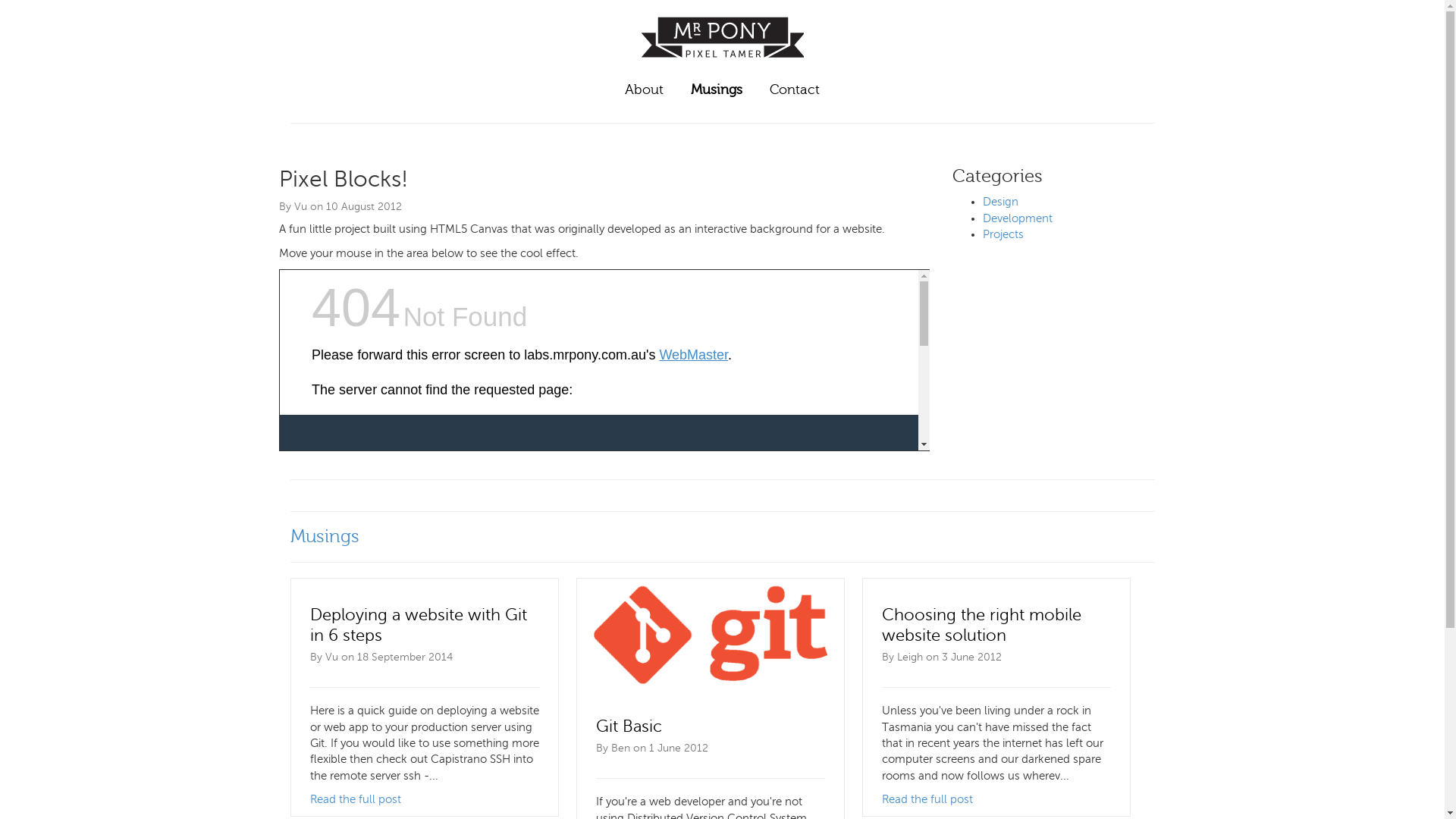 Image resolution: width=1456 pixels, height=819 pixels. Describe the element at coordinates (1018, 218) in the screenshot. I see `'Development'` at that location.